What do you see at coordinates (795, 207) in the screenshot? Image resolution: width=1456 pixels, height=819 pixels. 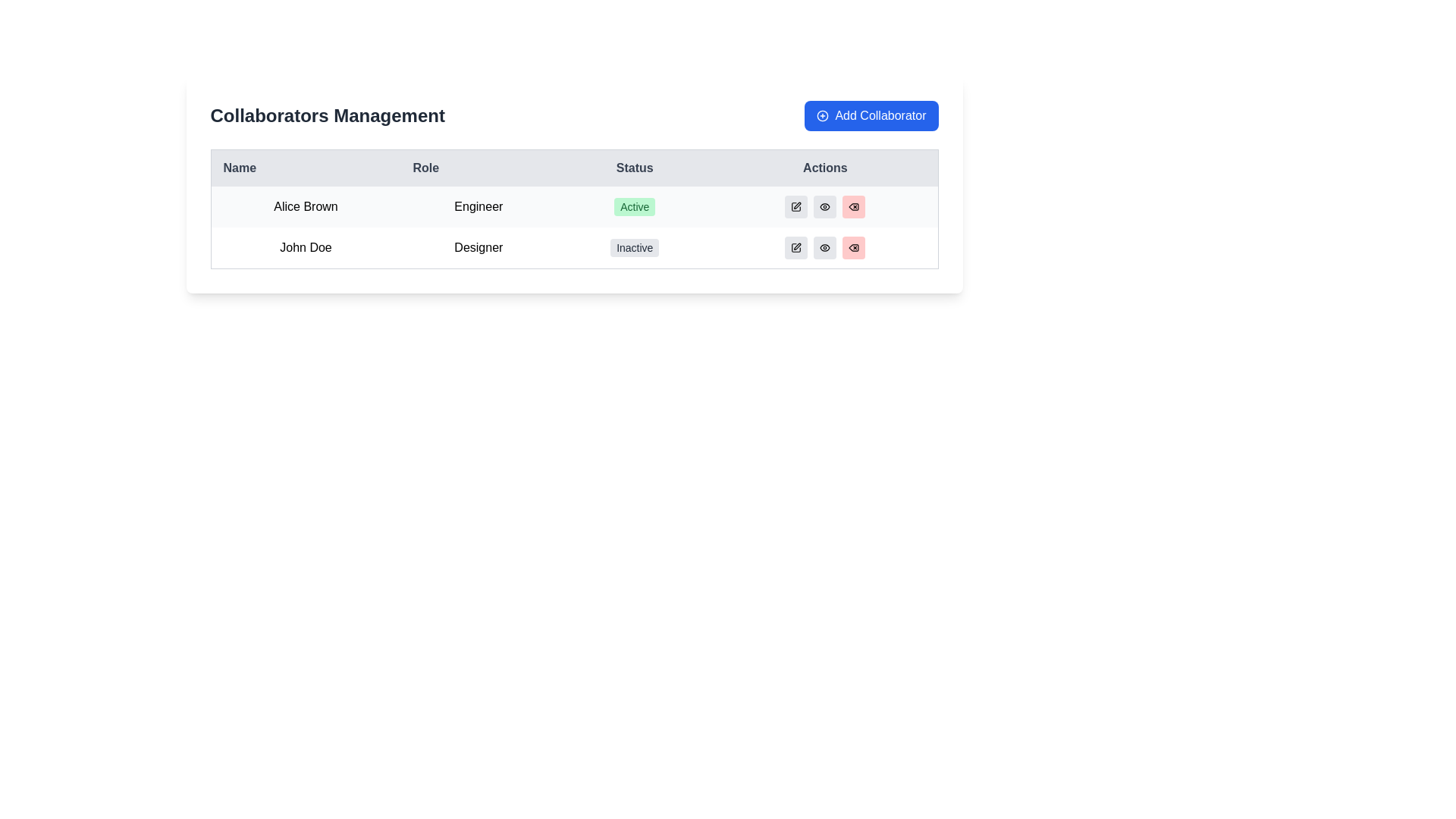 I see `the first action icon (SVG graphic) in the 'Actions' column of the first collaborator's row` at bounding box center [795, 207].